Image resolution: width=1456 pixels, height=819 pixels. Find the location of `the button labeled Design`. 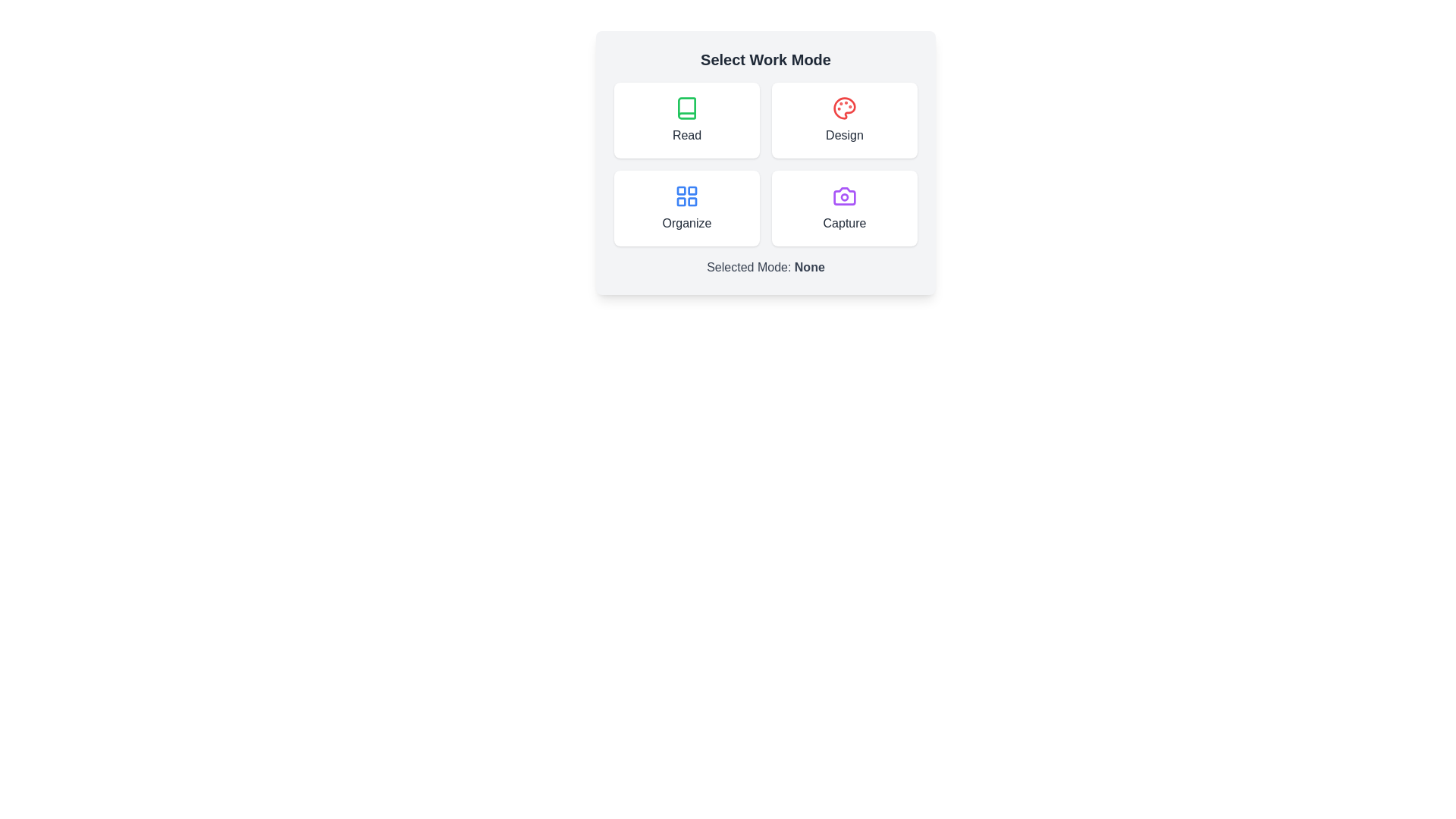

the button labeled Design is located at coordinates (843, 119).